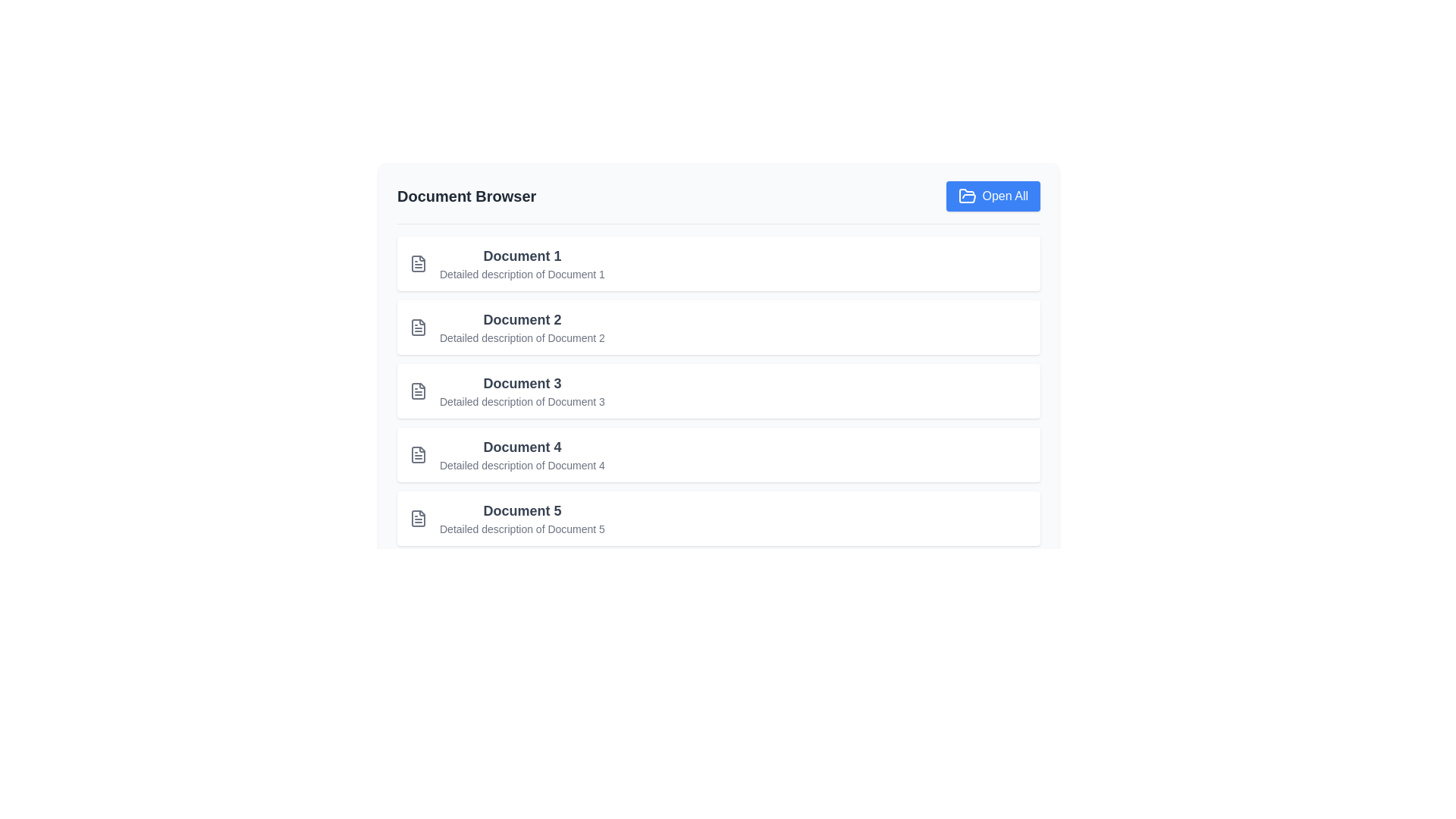  What do you see at coordinates (419, 262) in the screenshot?
I see `the vector graphic icon representing the first document entry titled 'Document 1', which is located at the far left of the entry` at bounding box center [419, 262].